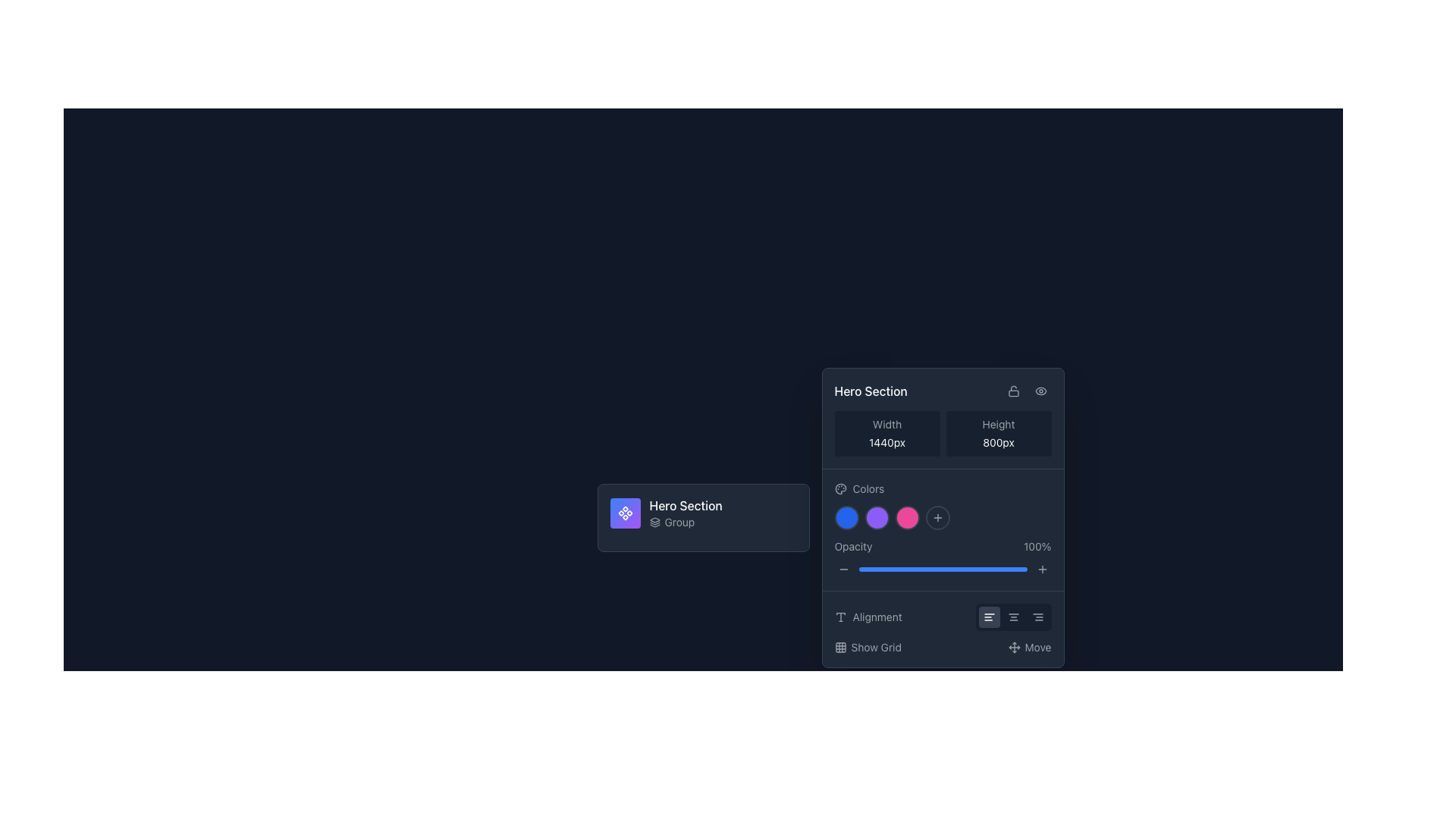  What do you see at coordinates (654, 522) in the screenshot?
I see `the graphical icon with three stacked trapezoidal layers located to the left of the 'Group' label in the lower-left portion of the 'Hero Section' box` at bounding box center [654, 522].